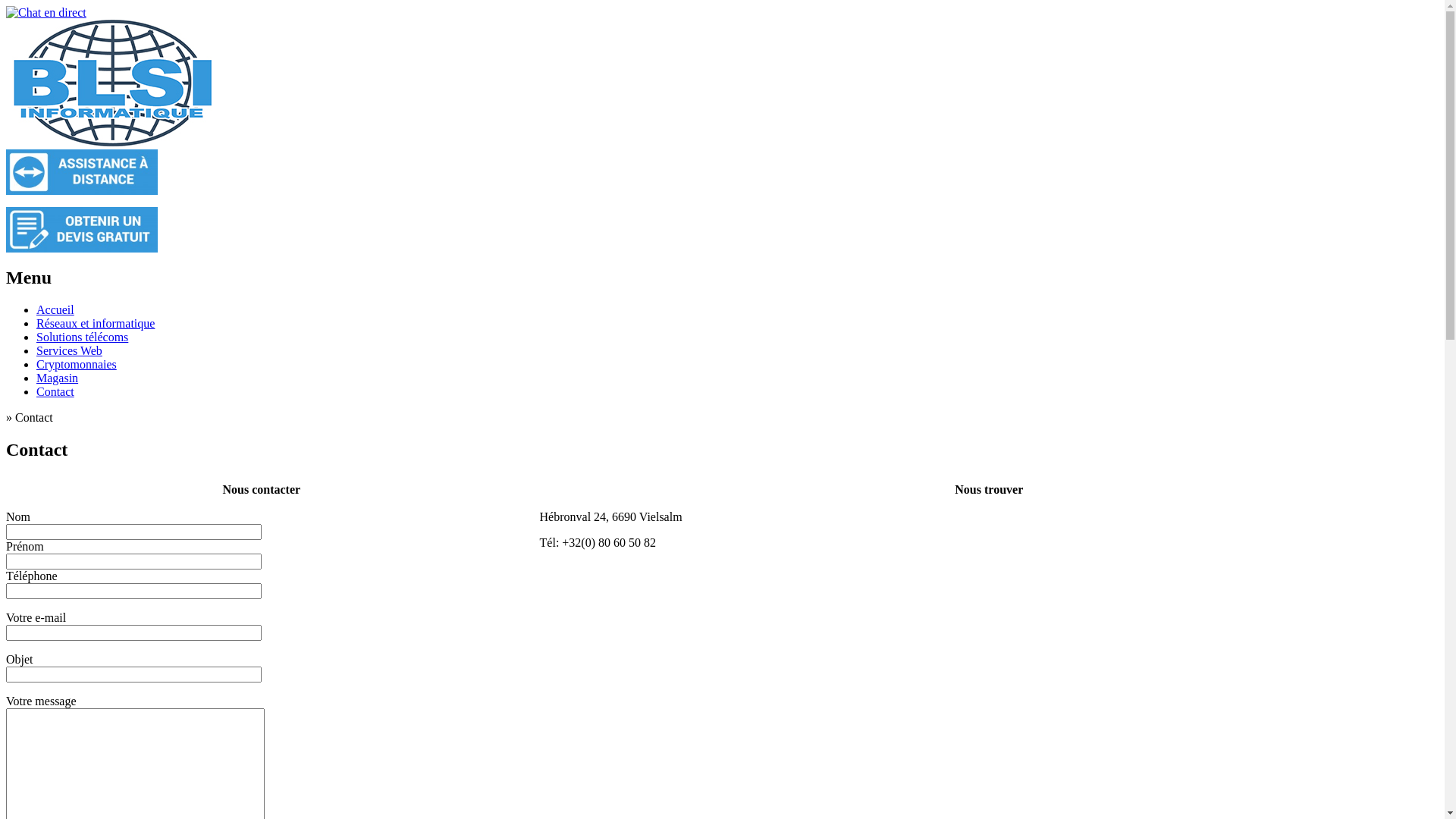 The height and width of the screenshot is (819, 1456). I want to click on 'Skip to content', so click(5, 303).